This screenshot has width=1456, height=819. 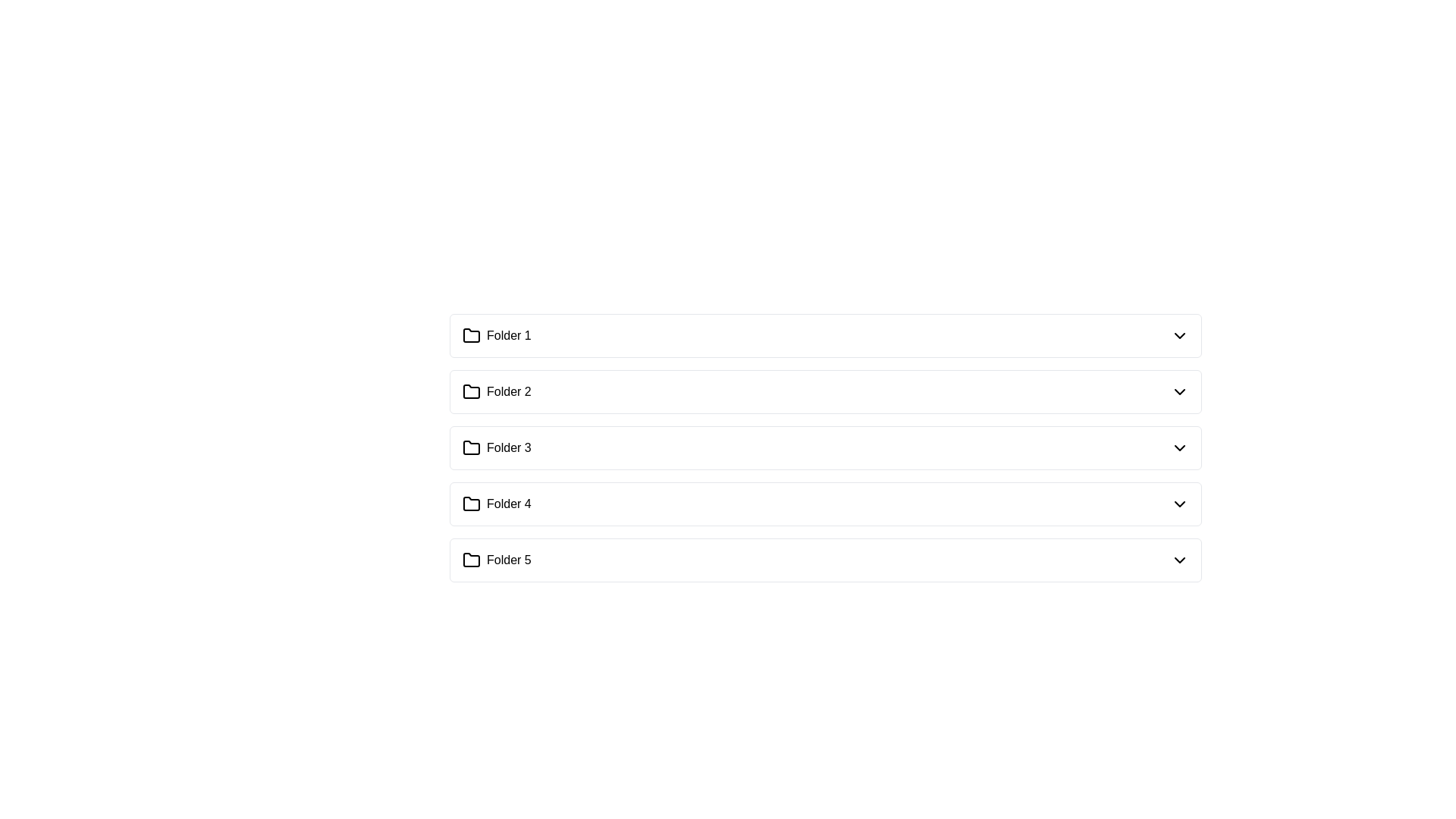 What do you see at coordinates (497, 335) in the screenshot?
I see `the label with the icon representing the folder named 'Folder 1', which is the first item in a vertical list of folder entries` at bounding box center [497, 335].